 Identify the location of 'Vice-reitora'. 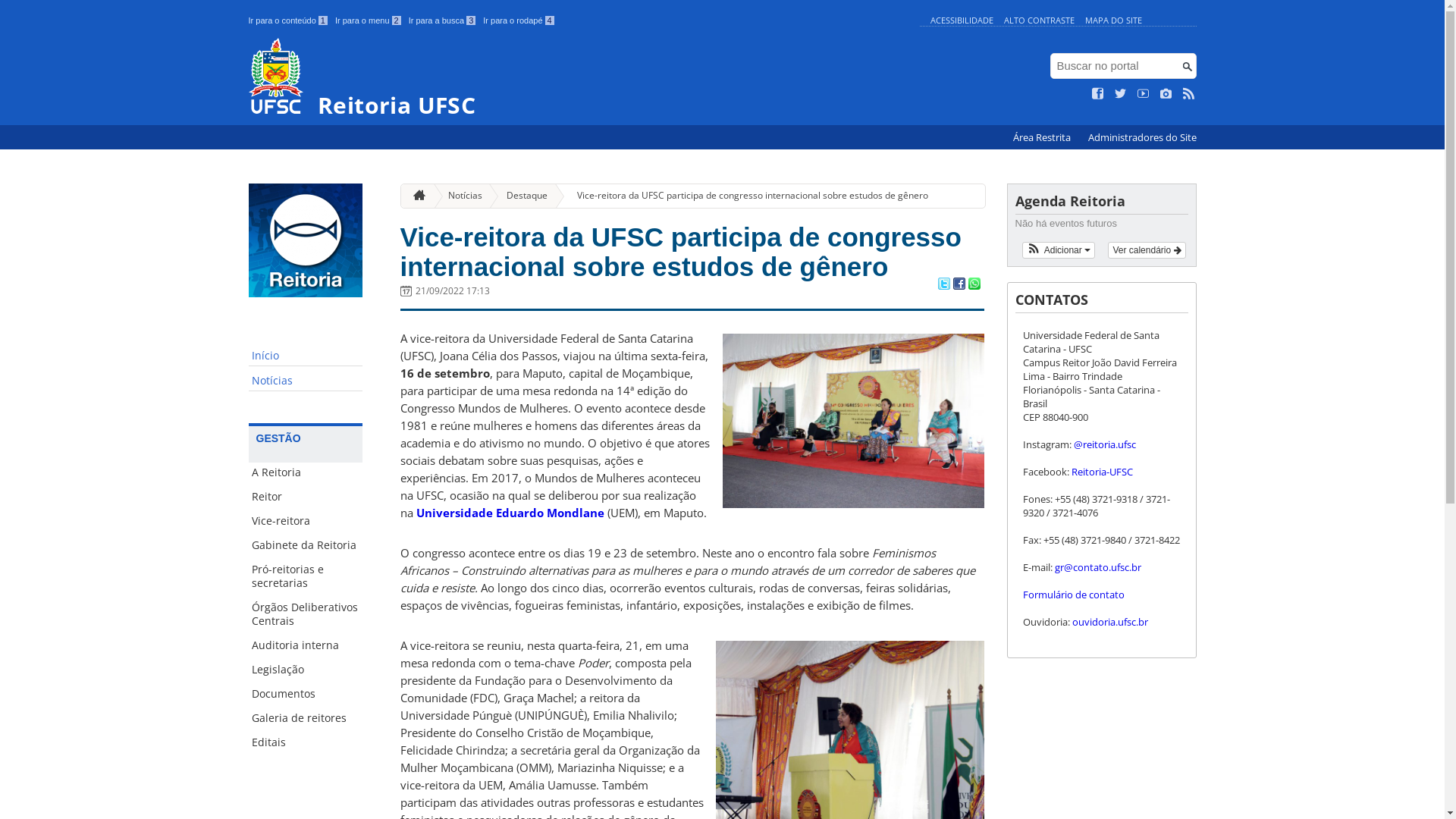
(305, 519).